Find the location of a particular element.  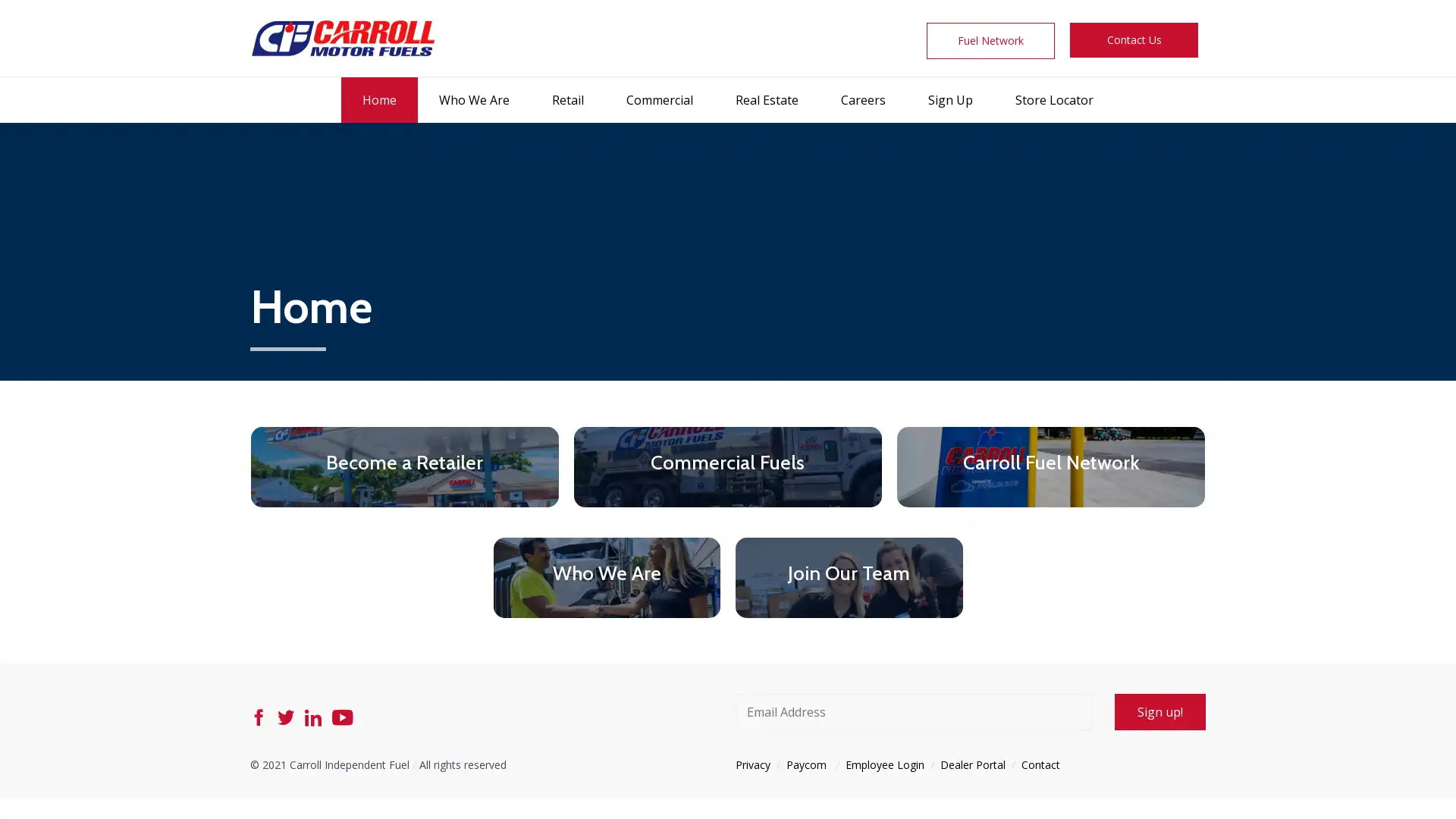

Fuel Network is located at coordinates (990, 40).